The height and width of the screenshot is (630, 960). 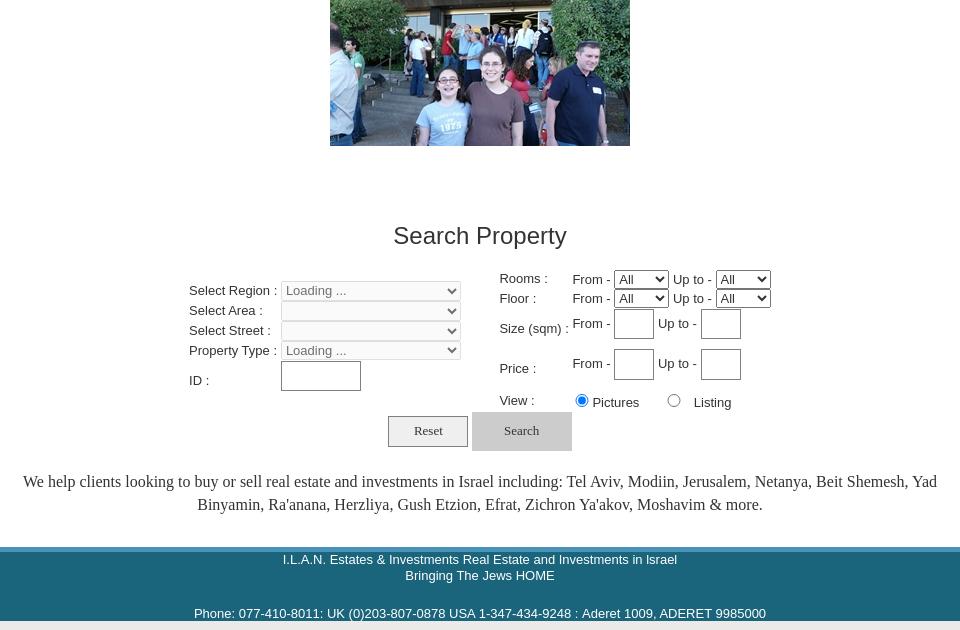 I want to click on 'Aderet 1009, ADERET 9985000', so click(x=674, y=612).